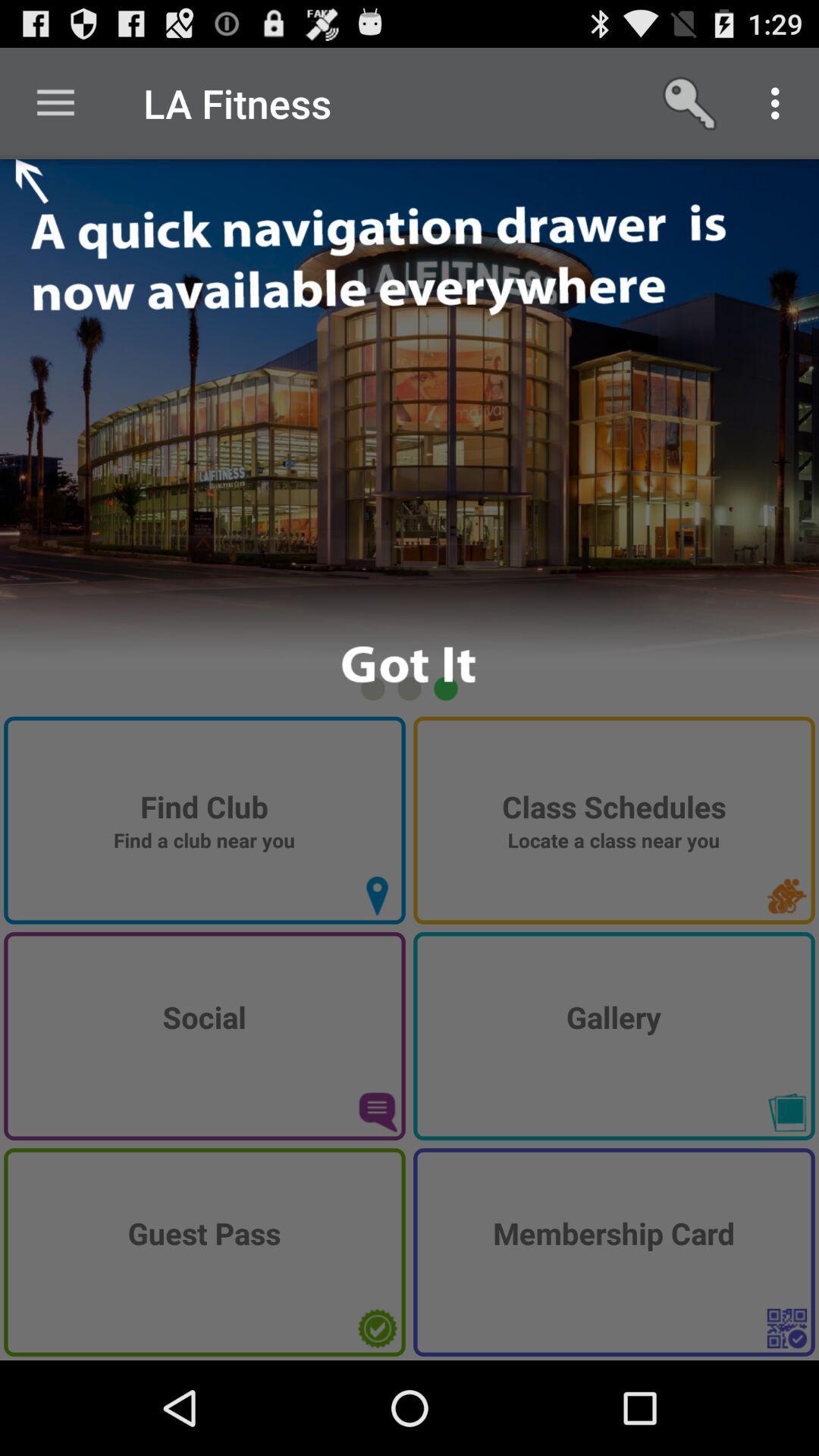  I want to click on the item next to the la fitness item, so click(691, 102).